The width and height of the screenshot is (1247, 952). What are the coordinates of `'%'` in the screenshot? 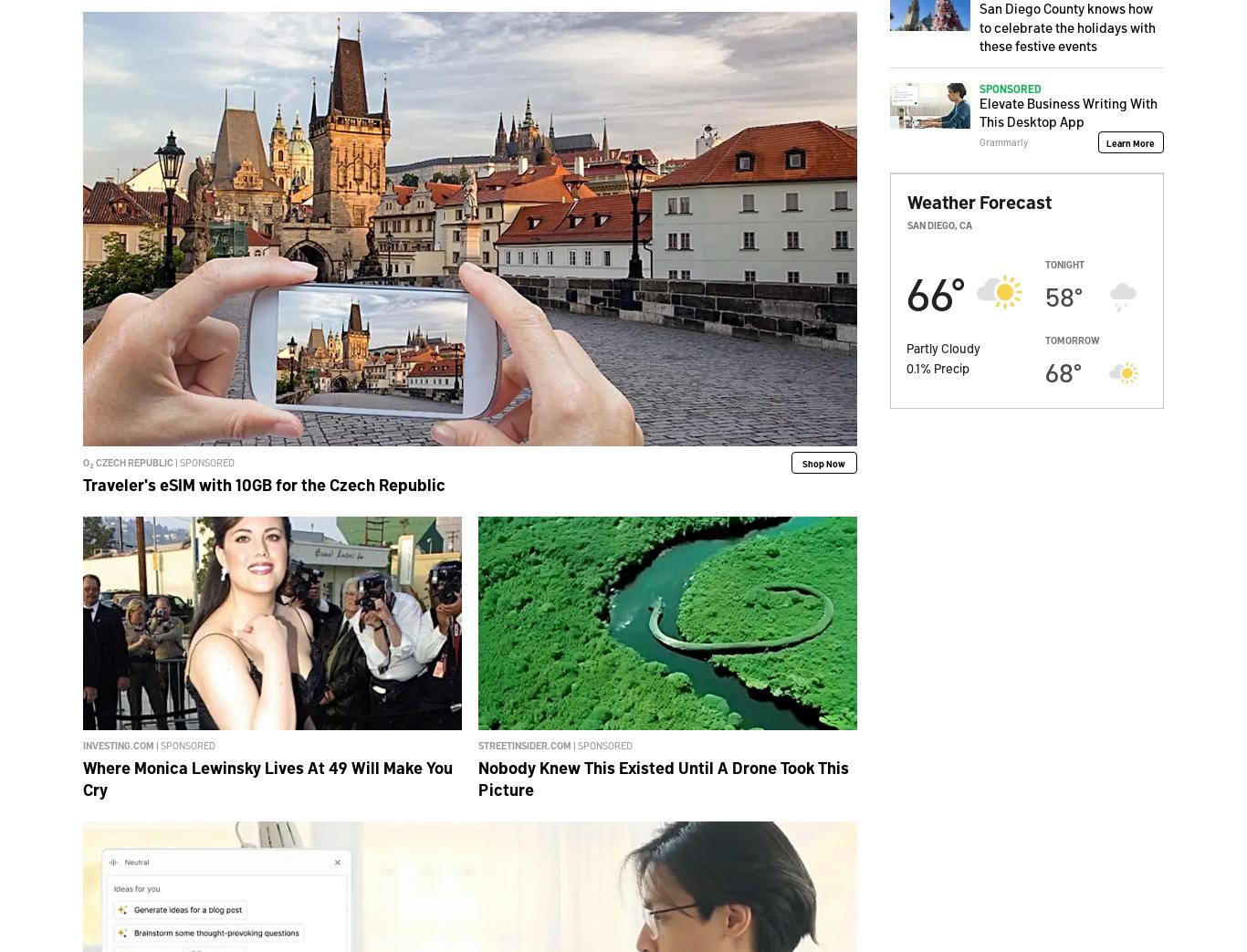 It's located at (919, 368).